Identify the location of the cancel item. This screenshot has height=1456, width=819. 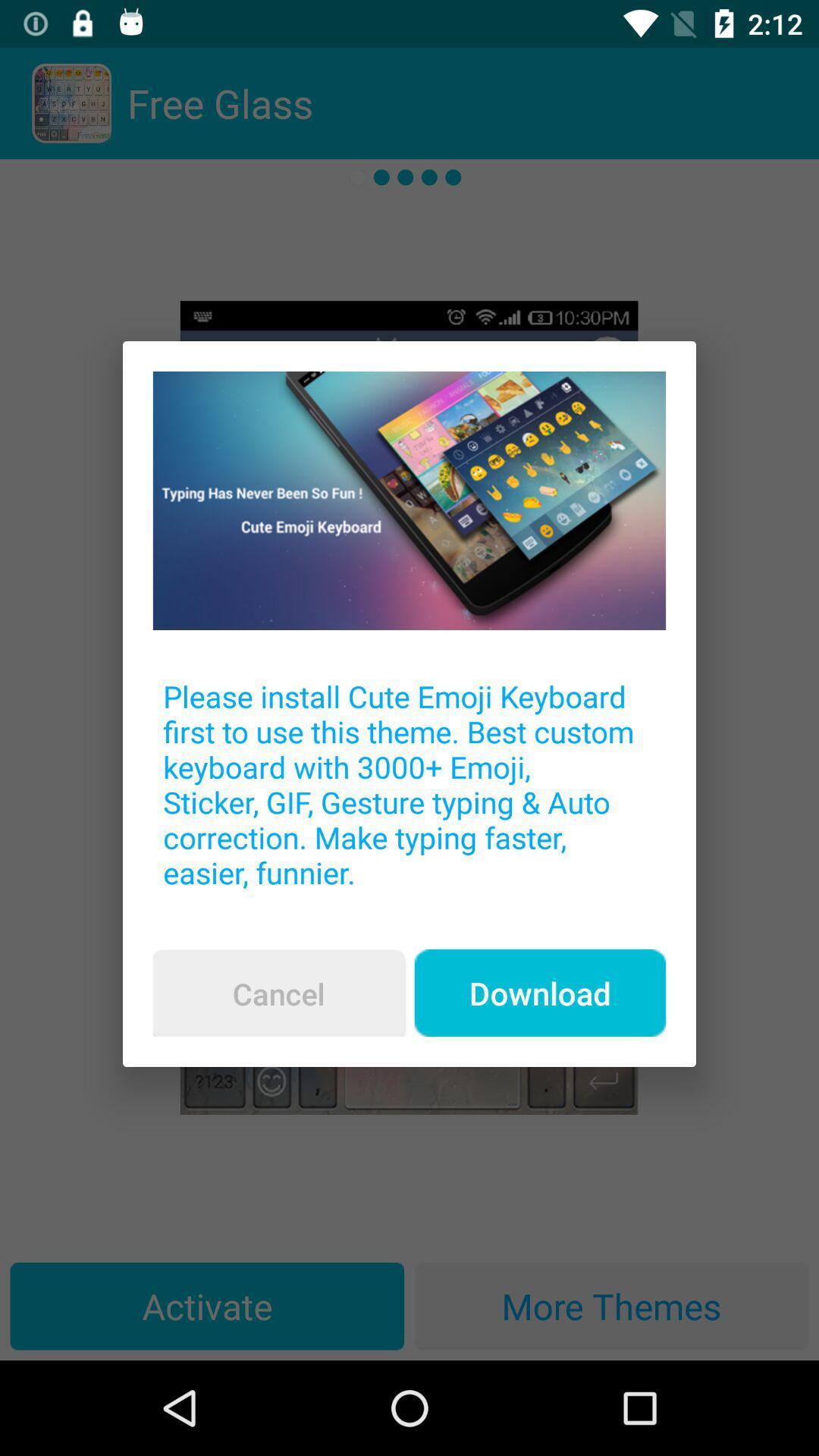
(278, 993).